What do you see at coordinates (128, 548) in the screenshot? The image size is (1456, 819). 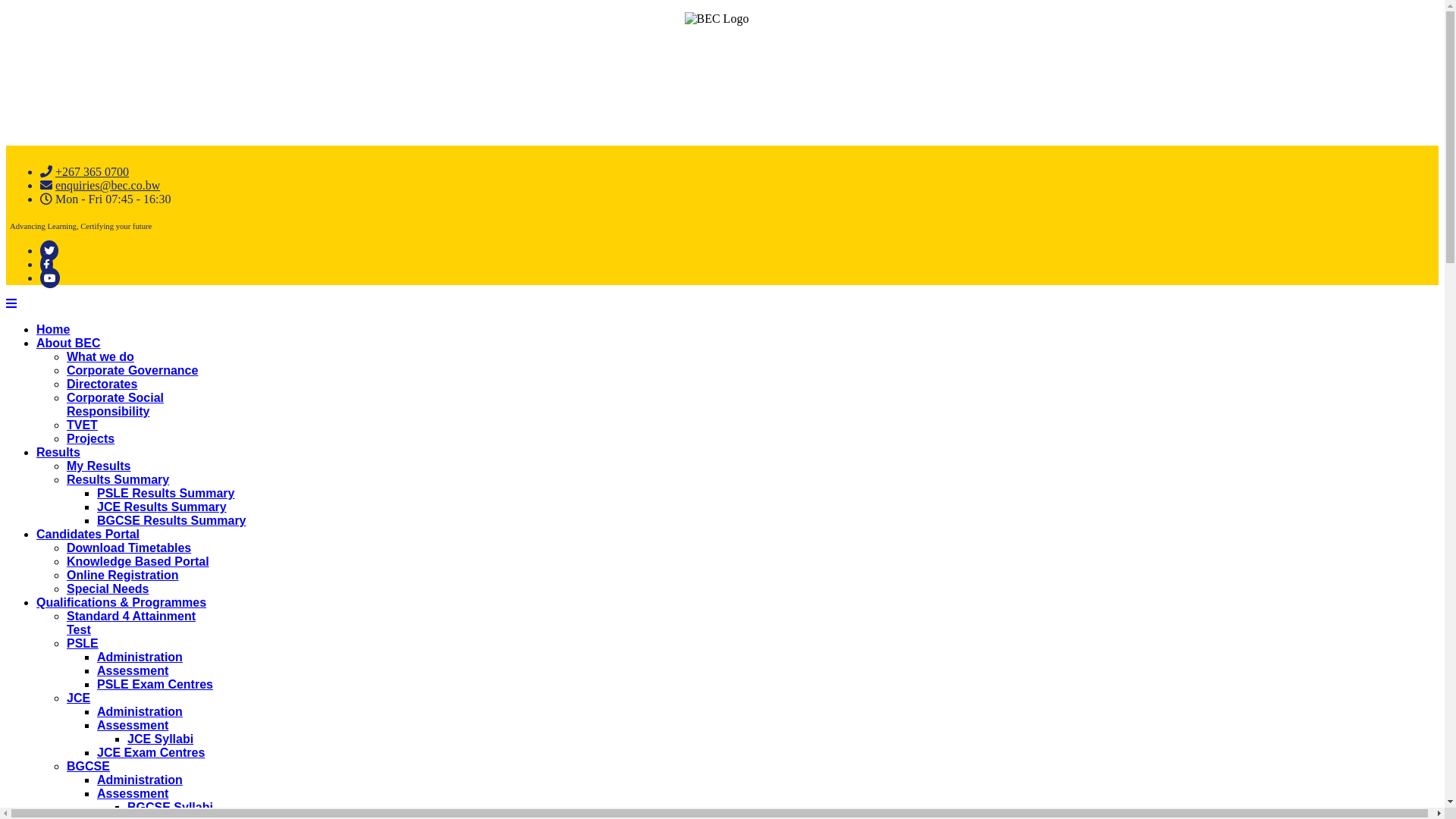 I see `'Download Timetables'` at bounding box center [128, 548].